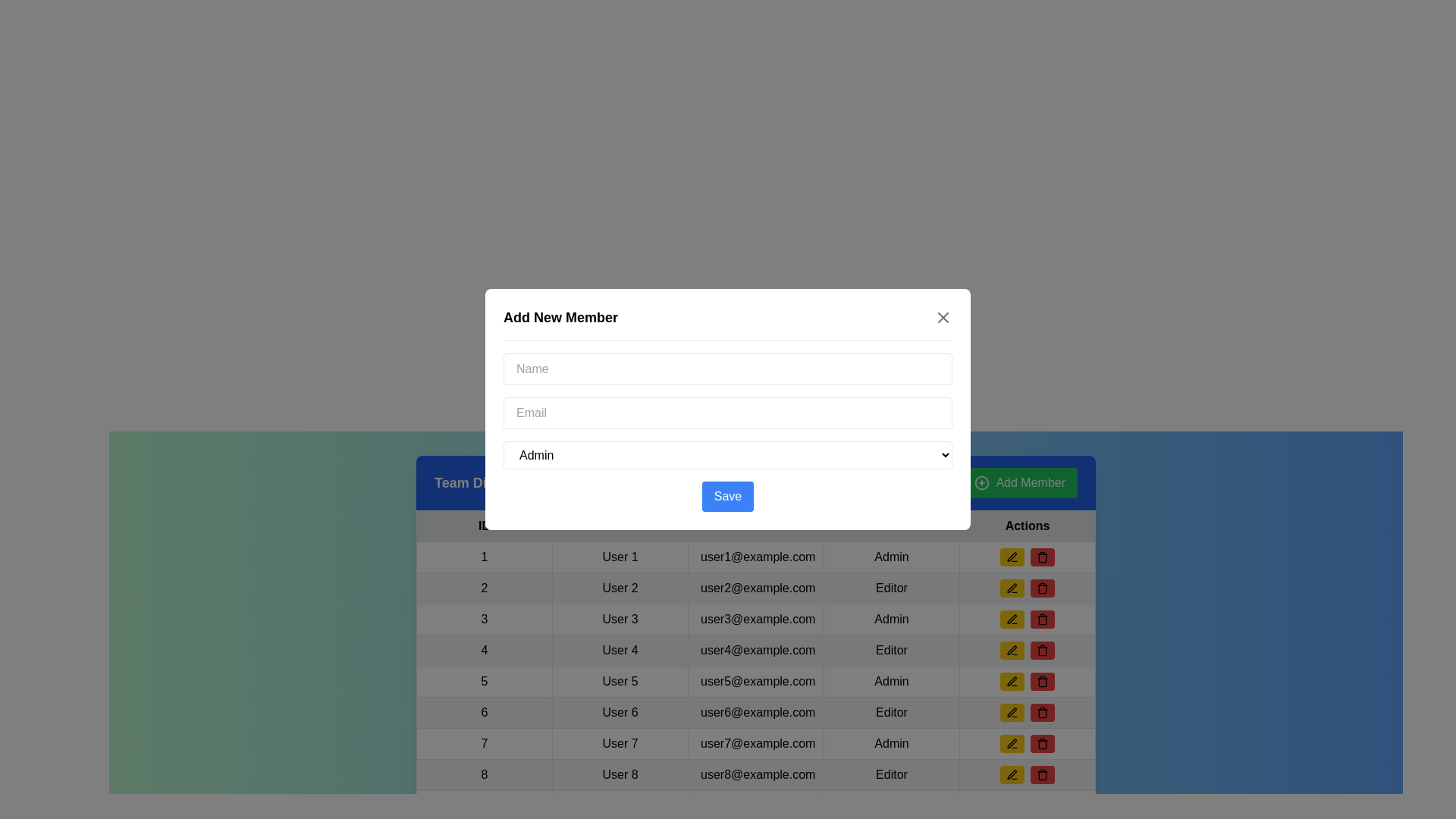  What do you see at coordinates (1012, 713) in the screenshot?
I see `the edit icon located in the Actions column of the table for the sixth user to invoke the edit action` at bounding box center [1012, 713].